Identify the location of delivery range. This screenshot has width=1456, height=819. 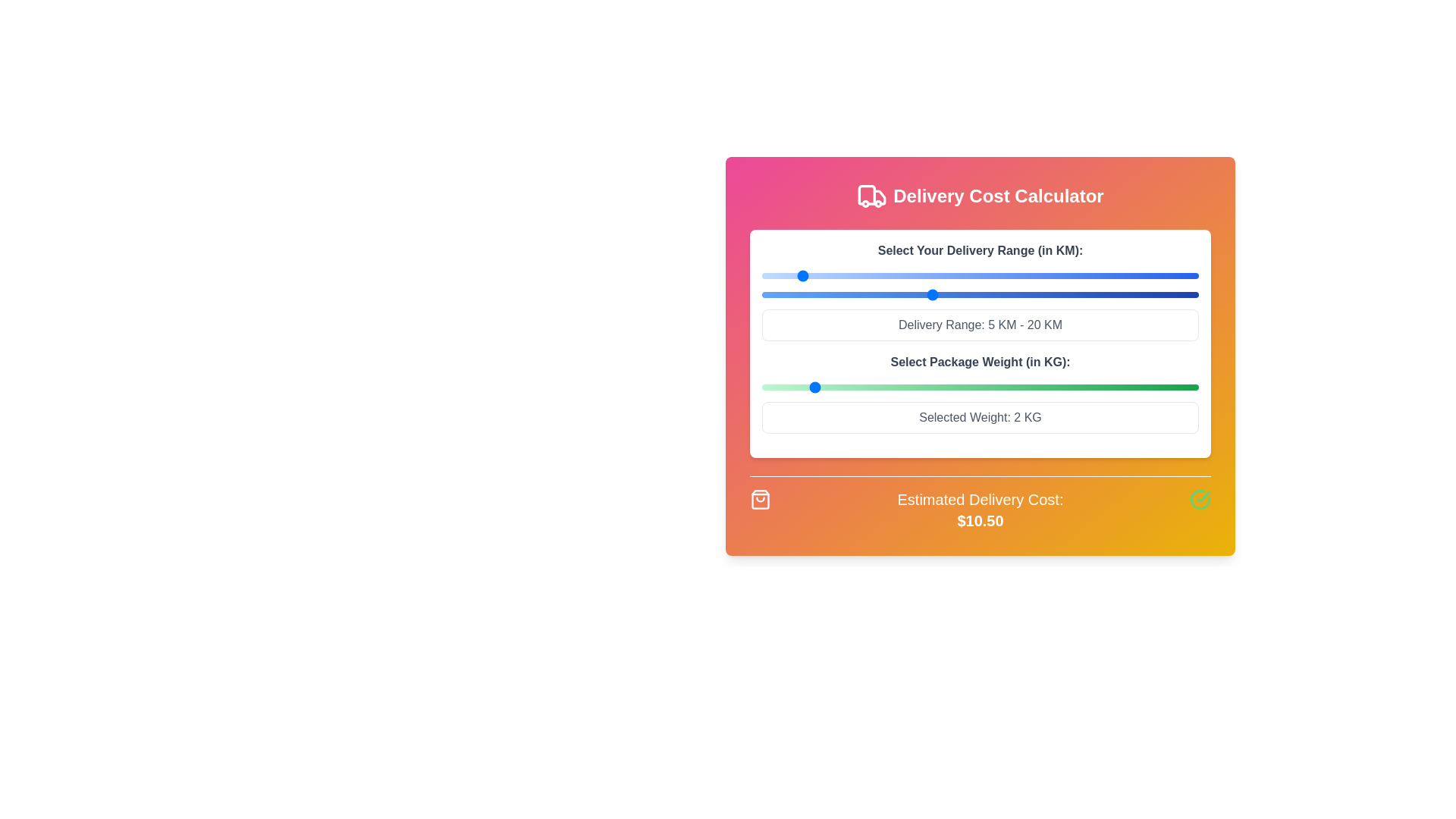
(789, 295).